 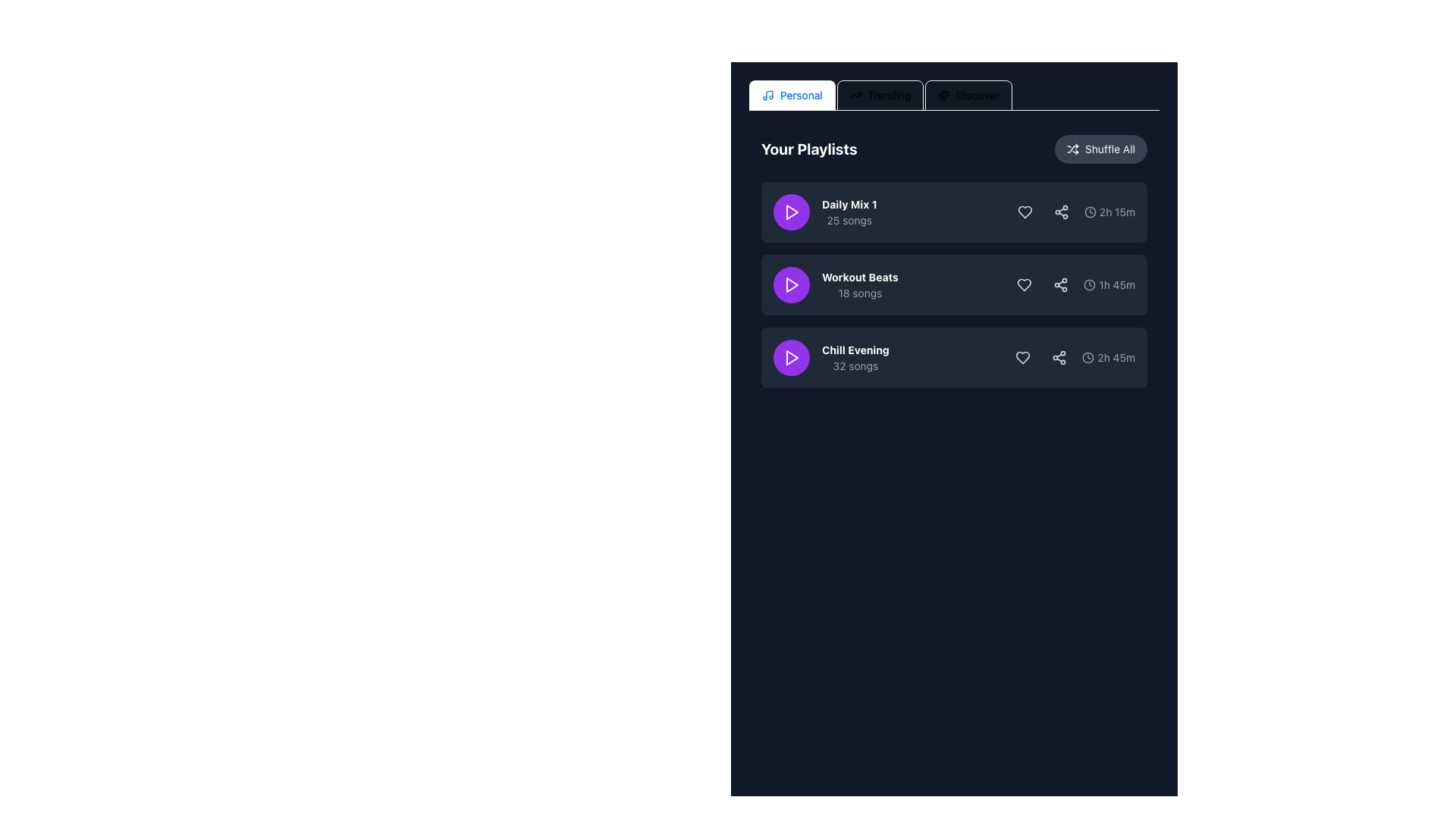 What do you see at coordinates (1025, 212) in the screenshot?
I see `the heart-shaped icon located to the right of the 'Daily Mix 1' playlist` at bounding box center [1025, 212].